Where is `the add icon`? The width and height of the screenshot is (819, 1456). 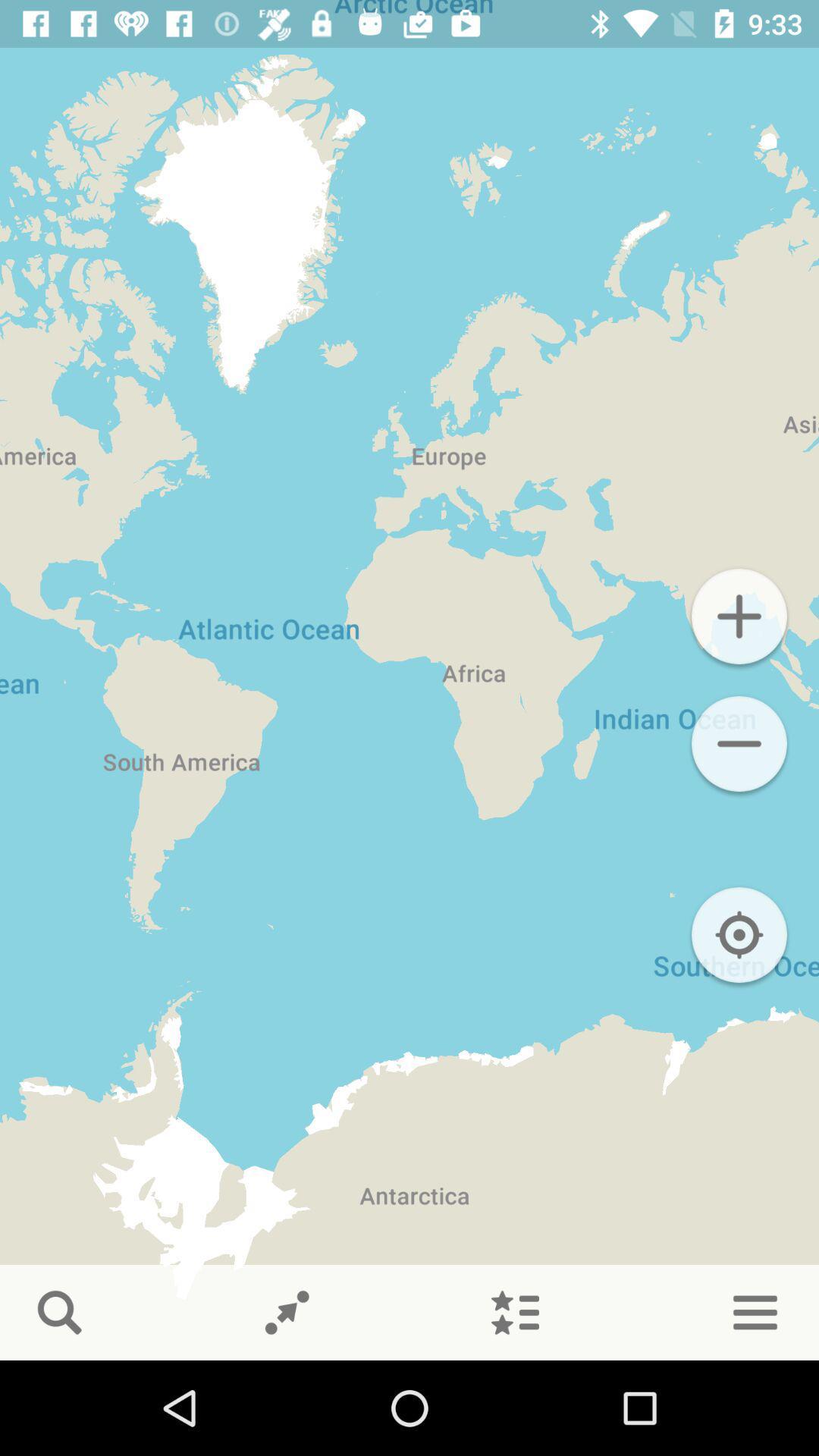
the add icon is located at coordinates (739, 616).